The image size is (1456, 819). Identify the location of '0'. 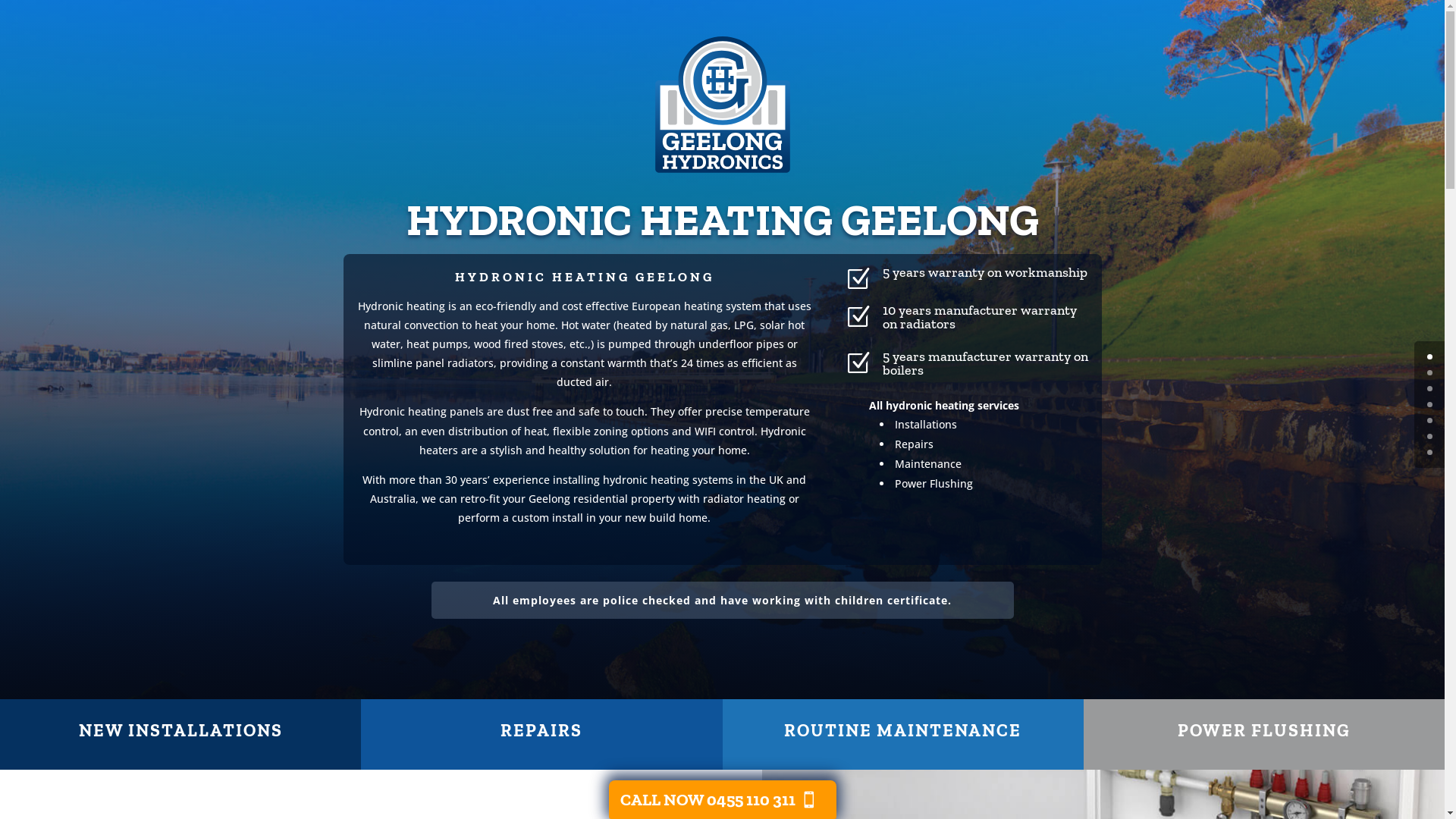
(1429, 356).